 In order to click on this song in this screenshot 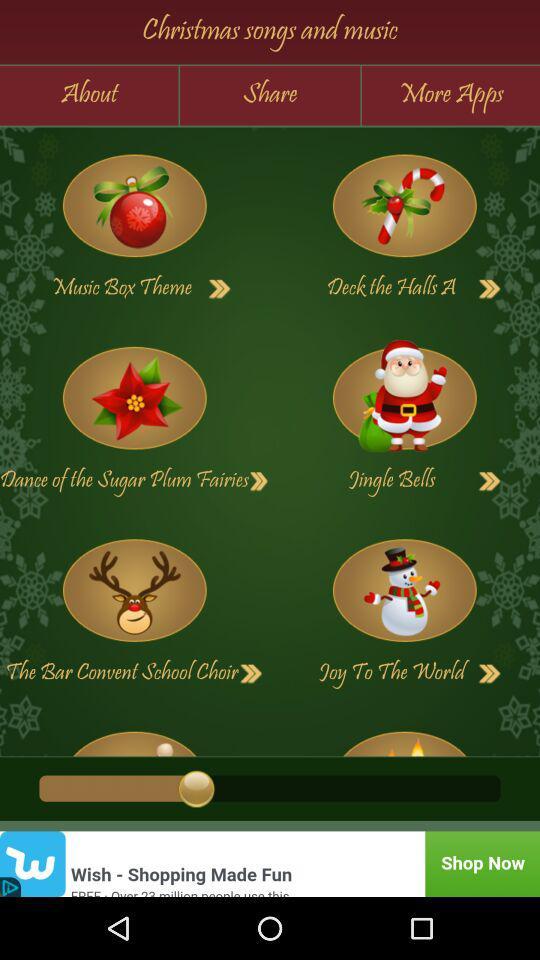, I will do `click(404, 590)`.